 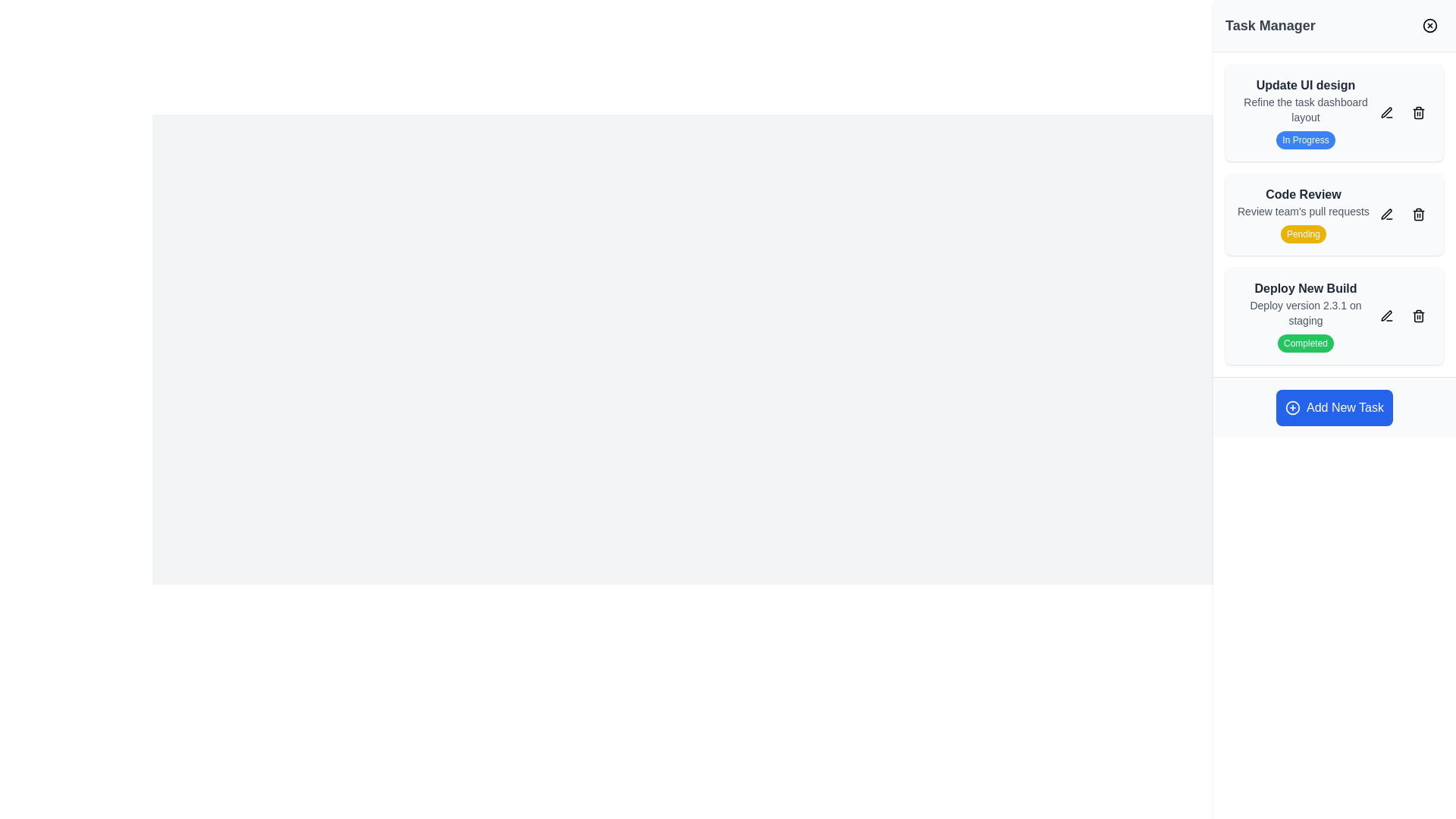 What do you see at coordinates (1386, 112) in the screenshot?
I see `the pen icon button, which is styled with a thin outline and placed in the upper-right side of the 'Update UI design' task card` at bounding box center [1386, 112].